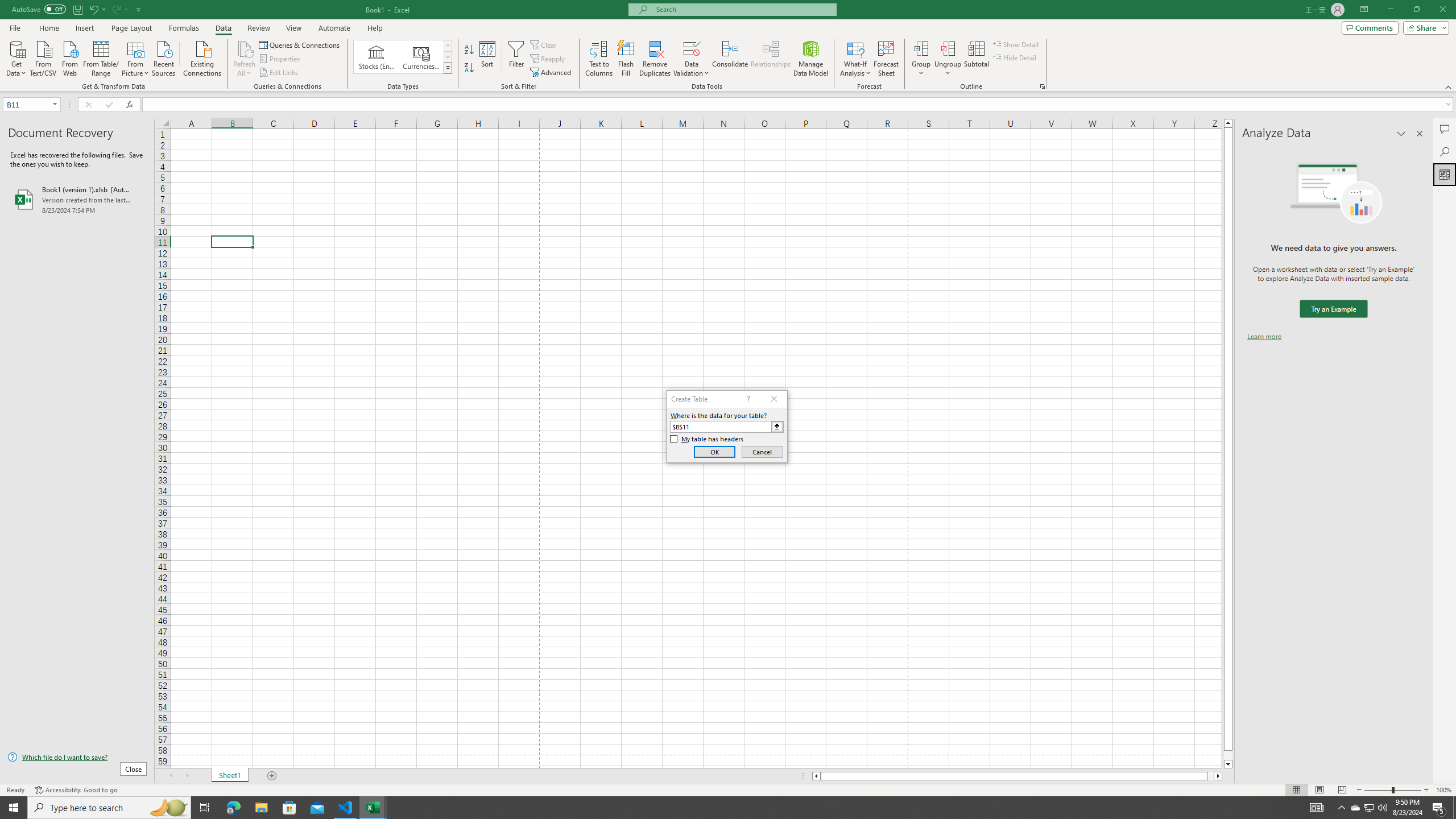 The height and width of the screenshot is (819, 1456). What do you see at coordinates (487, 59) in the screenshot?
I see `'Sort...'` at bounding box center [487, 59].